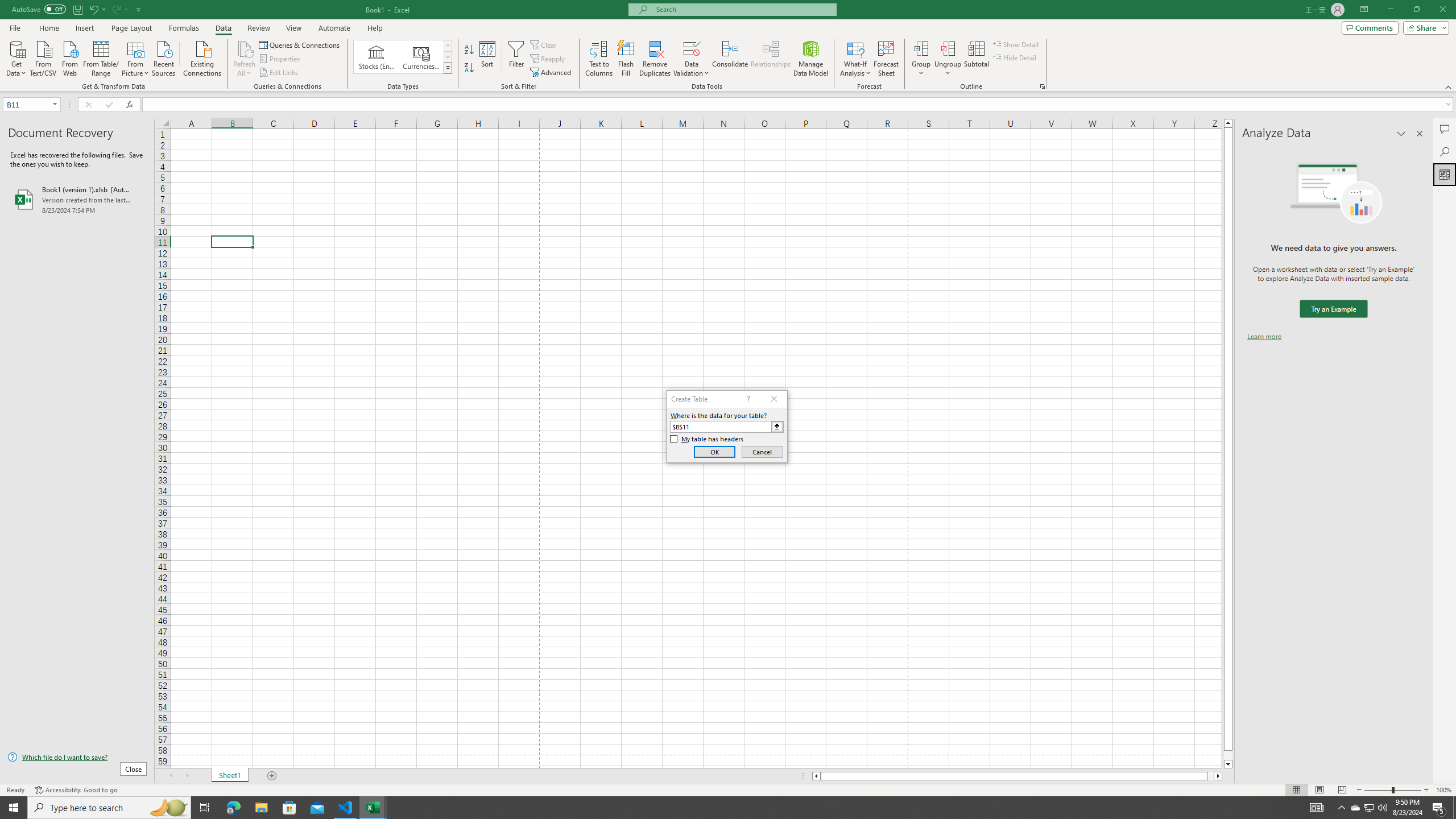 The height and width of the screenshot is (819, 1456). What do you see at coordinates (487, 59) in the screenshot?
I see `'Sort...'` at bounding box center [487, 59].